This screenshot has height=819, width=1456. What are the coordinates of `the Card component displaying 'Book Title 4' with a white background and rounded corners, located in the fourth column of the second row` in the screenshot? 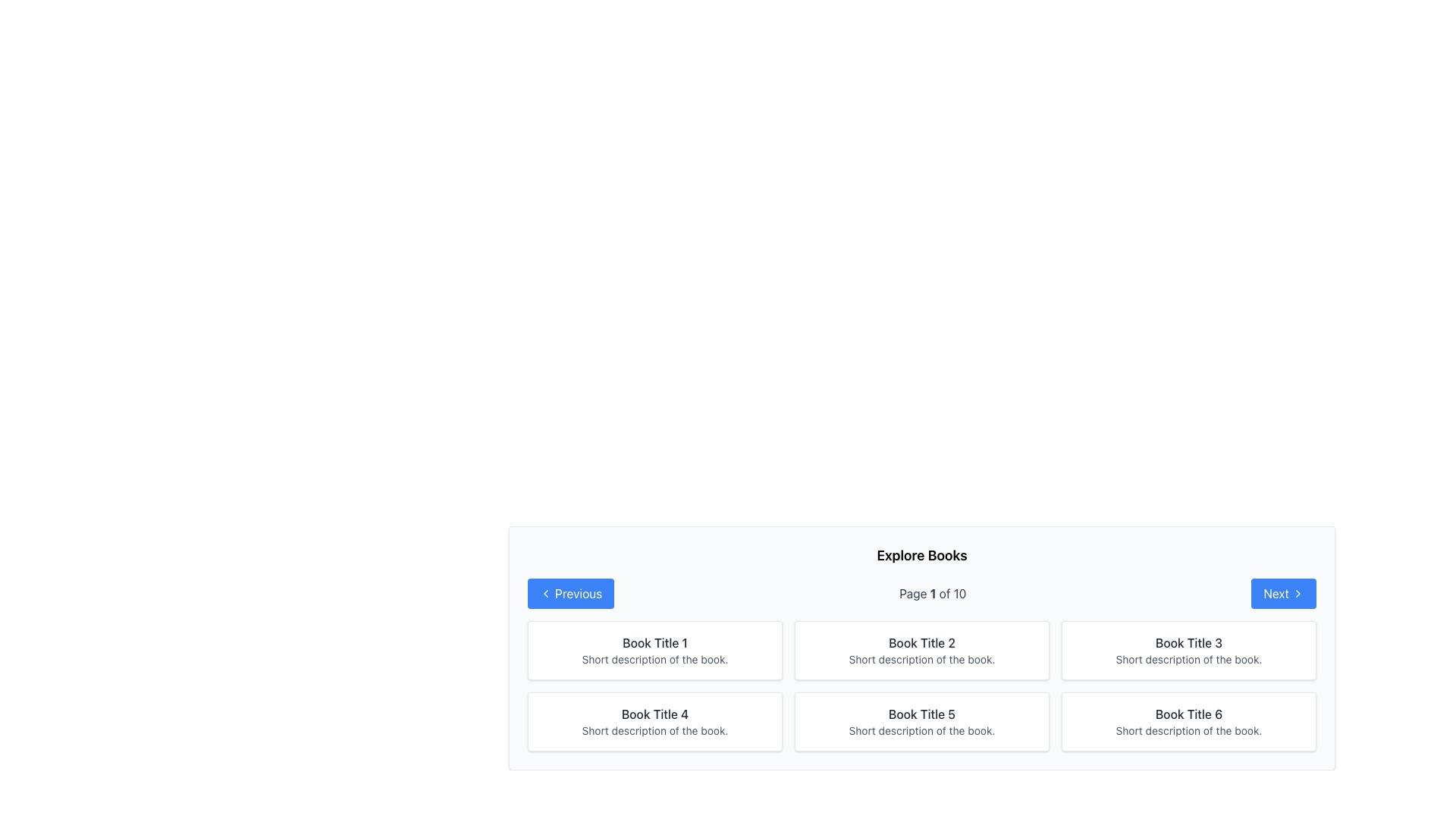 It's located at (655, 721).